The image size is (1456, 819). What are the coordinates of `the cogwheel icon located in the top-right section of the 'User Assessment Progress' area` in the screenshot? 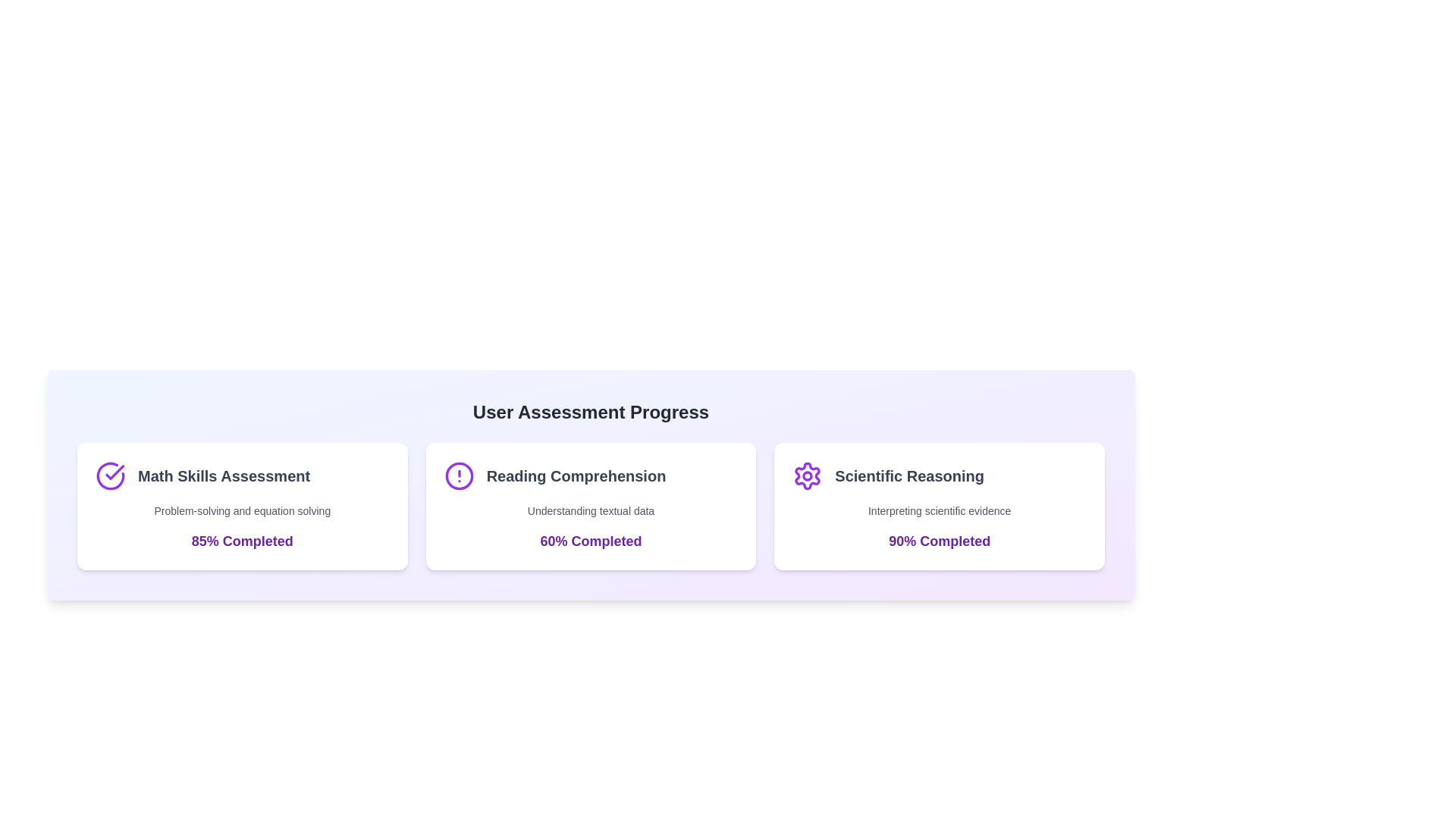 It's located at (807, 475).